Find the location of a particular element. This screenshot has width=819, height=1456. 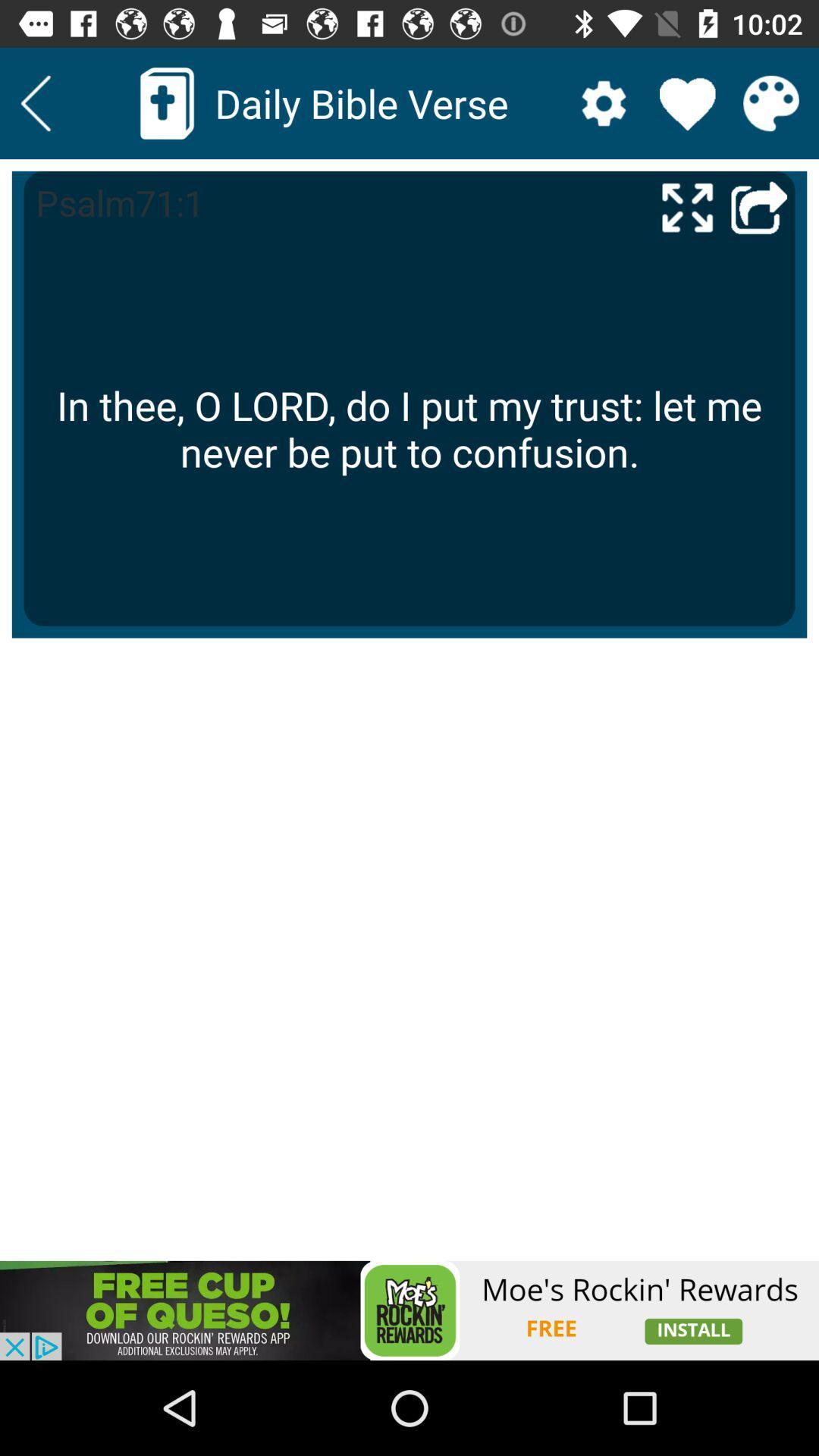

color palette is located at coordinates (771, 102).